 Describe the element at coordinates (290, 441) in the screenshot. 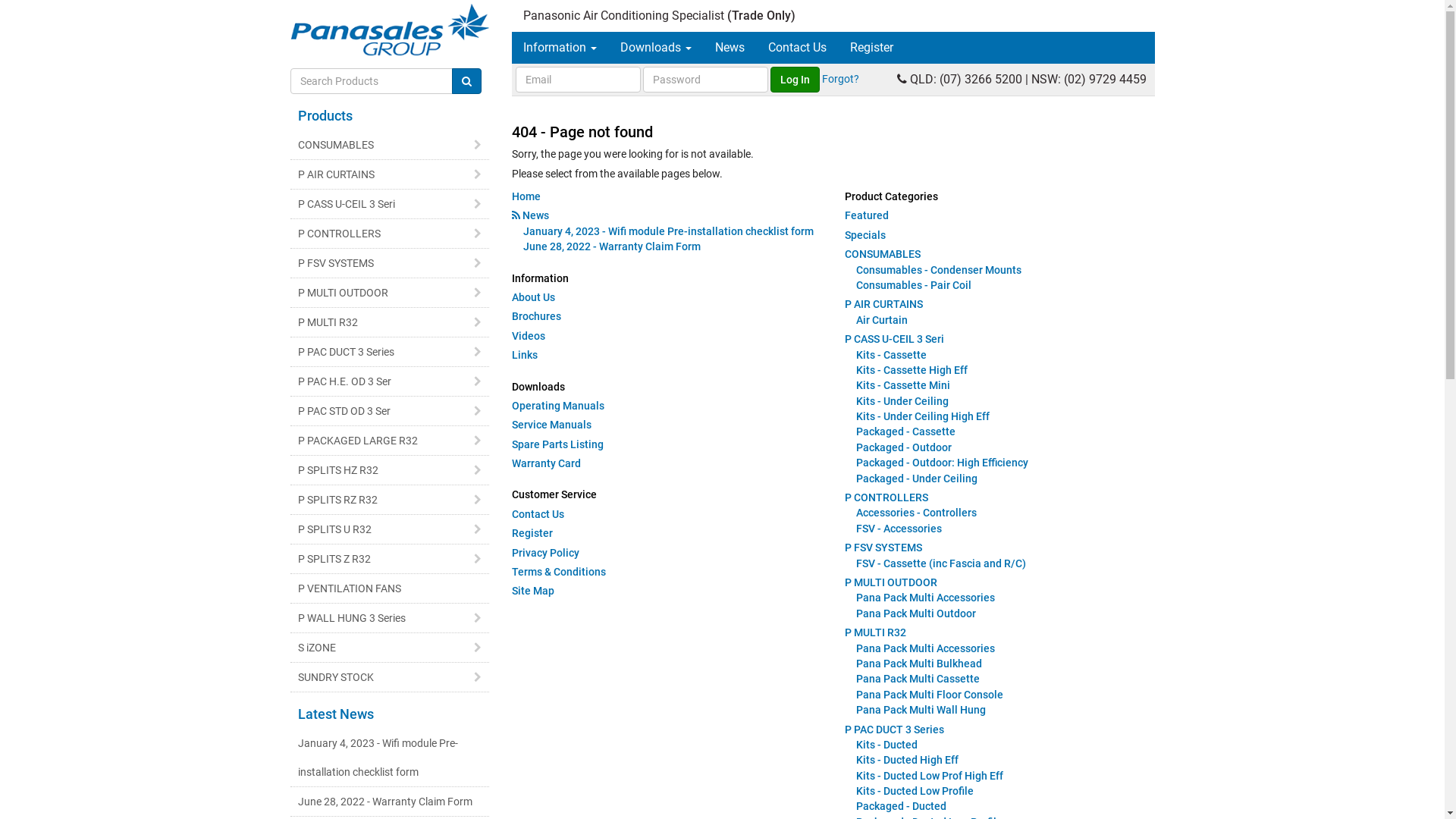

I see `'P PACKAGED LARGE R32'` at that location.